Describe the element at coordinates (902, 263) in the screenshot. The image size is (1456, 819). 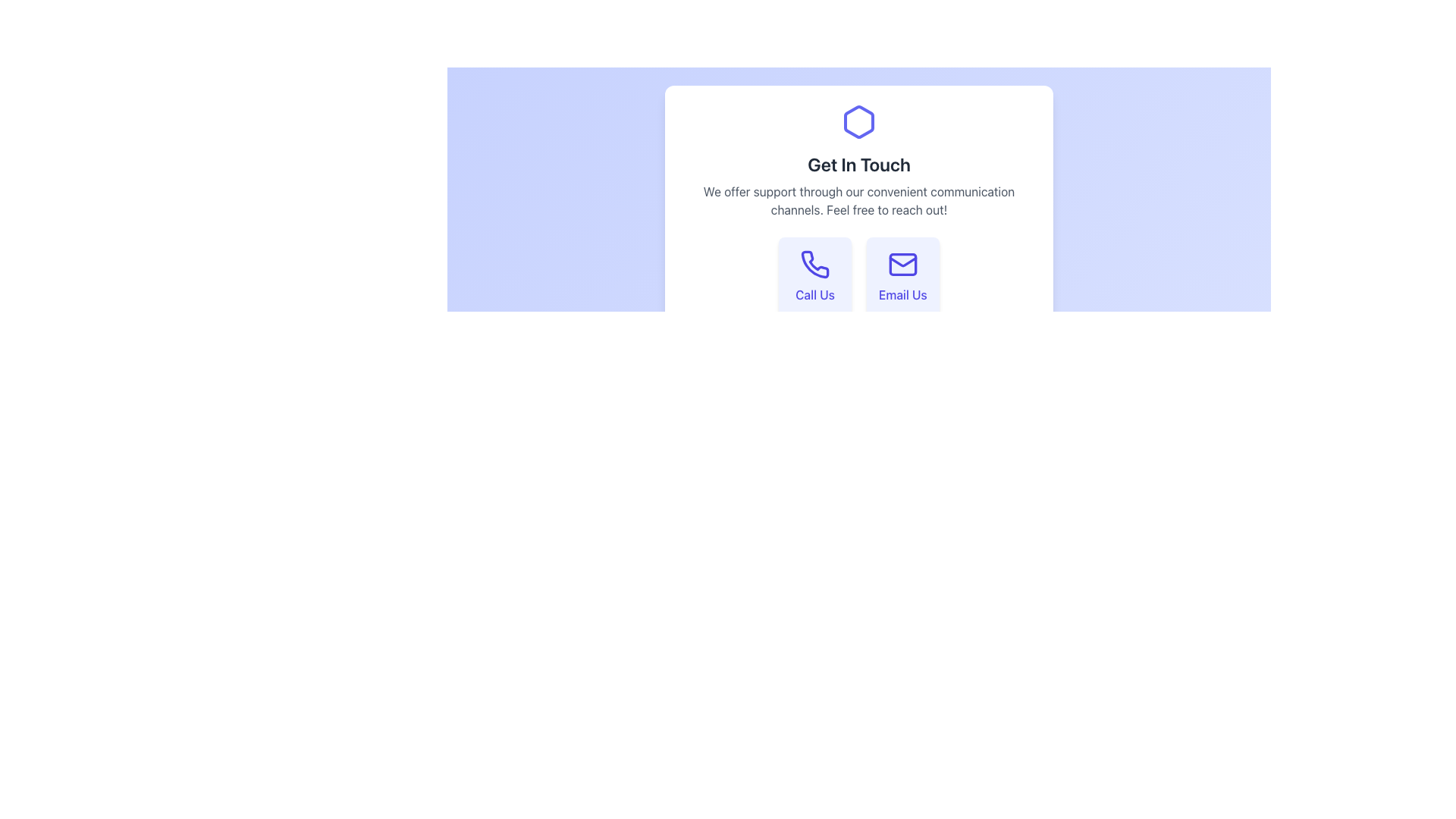
I see `the envelope icon with a purple border located in the 'Email Us' button, which is the second option in a horizontal arrangement` at that location.